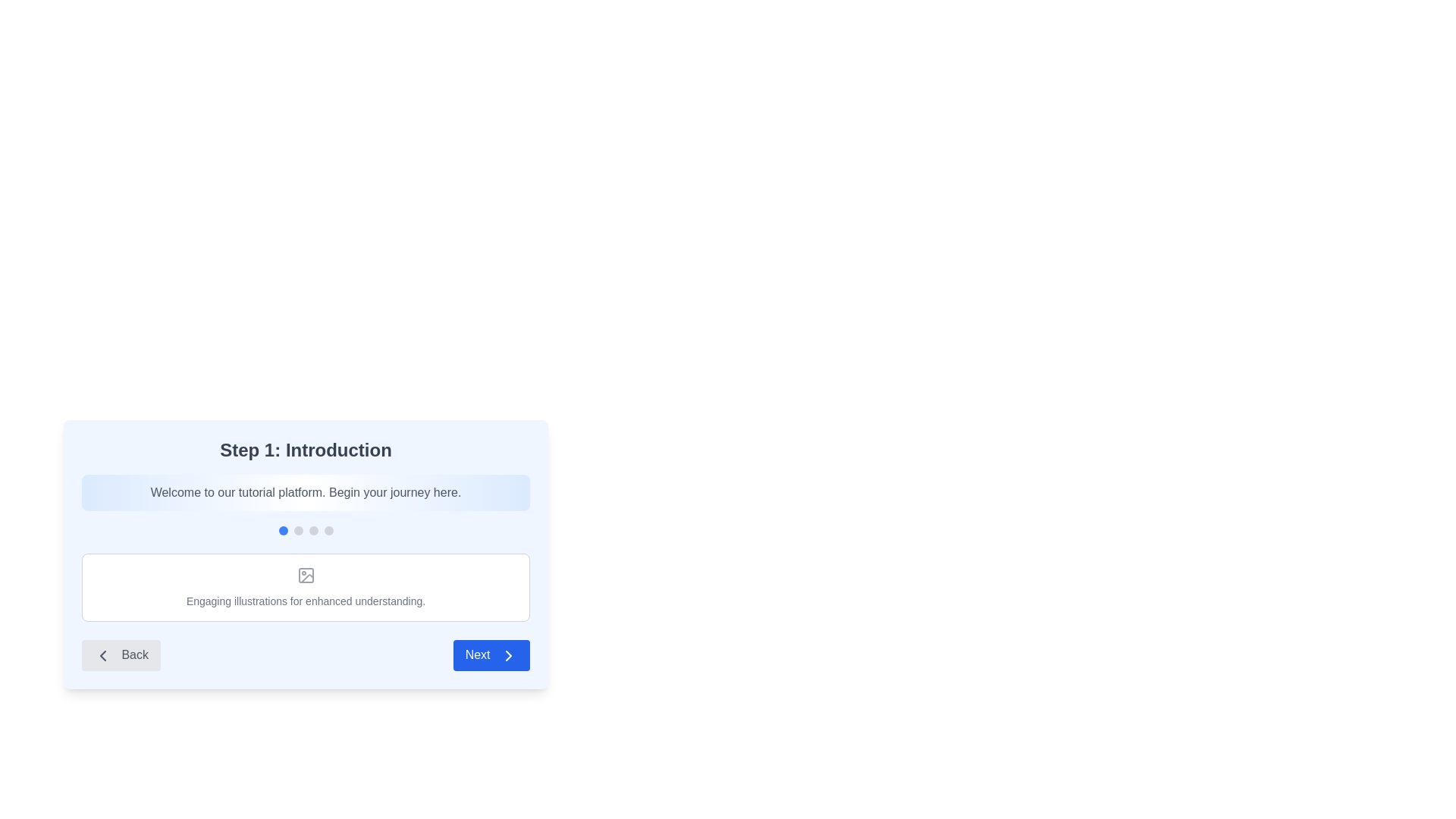  What do you see at coordinates (305, 576) in the screenshot?
I see `the image placeholder located centrally within the light-colored card component, which serves as a visual representation for illustrations above the text 'Engaging illustrations for enhanced understanding.'` at bounding box center [305, 576].